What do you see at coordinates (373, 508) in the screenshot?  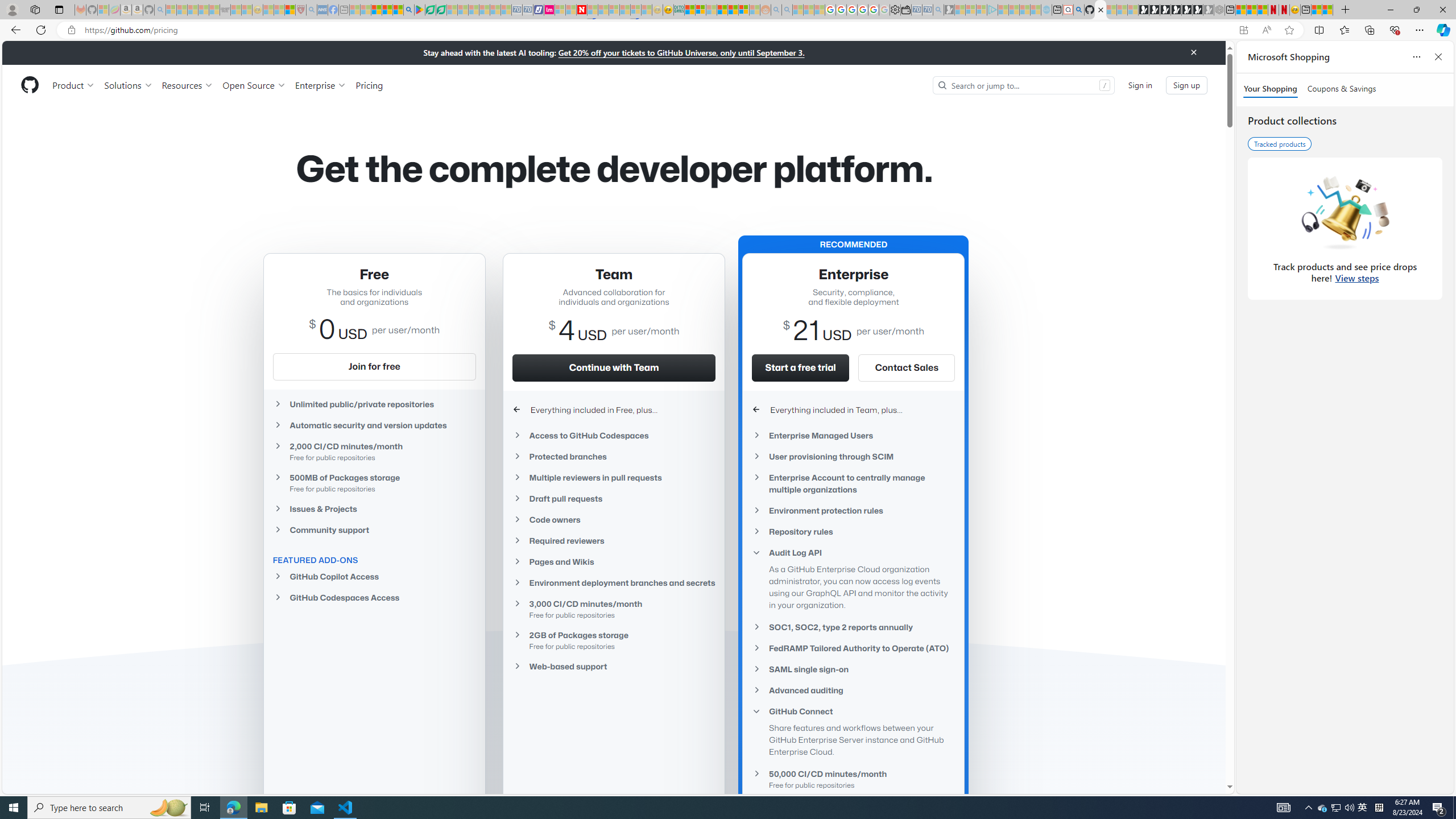 I see `'Issues & Projects'` at bounding box center [373, 508].